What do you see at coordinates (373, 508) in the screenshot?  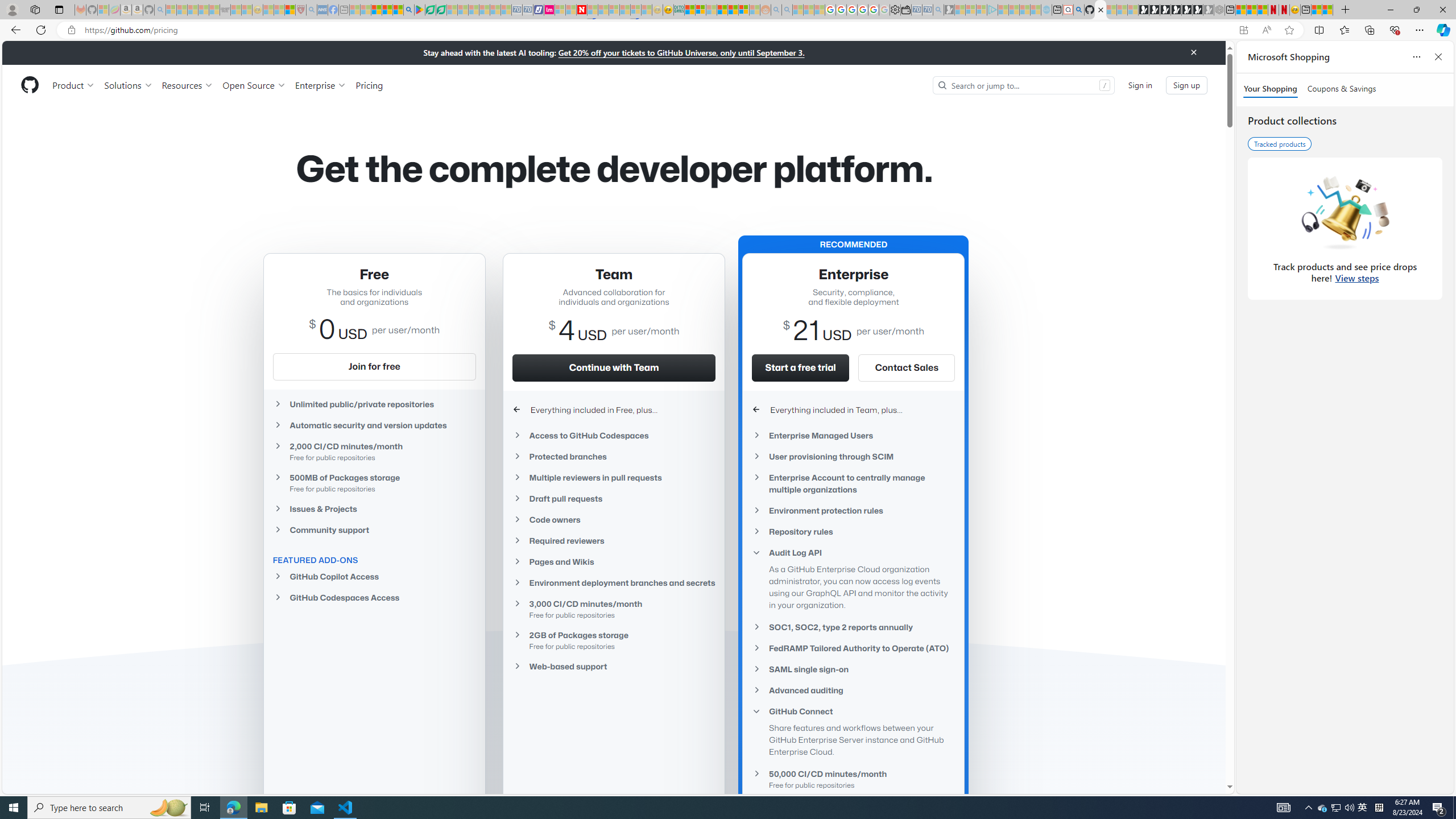 I see `'Issues & Projects'` at bounding box center [373, 508].